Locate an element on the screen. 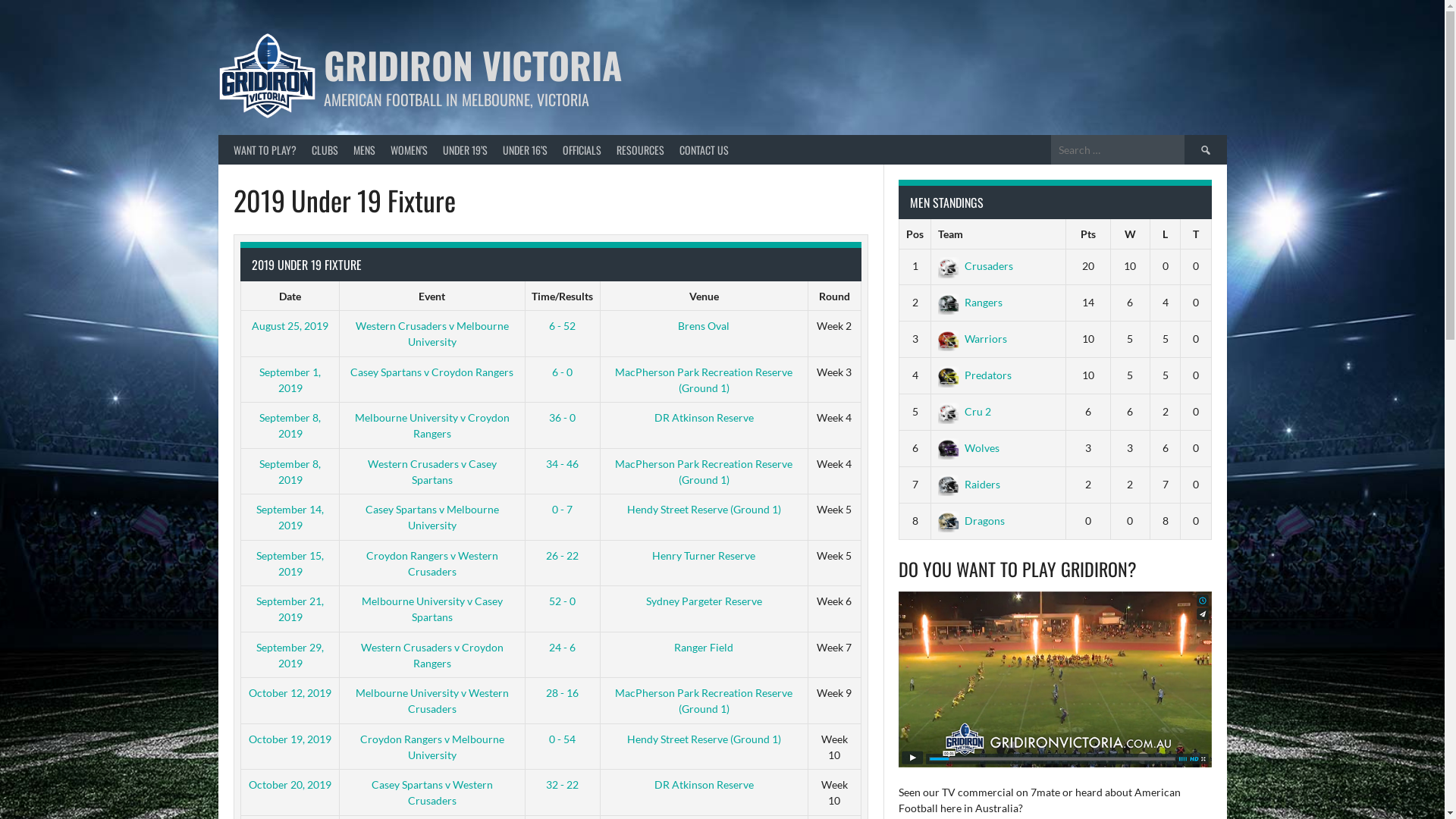 This screenshot has height=819, width=1456. 'Raiders' is located at coordinates (968, 484).